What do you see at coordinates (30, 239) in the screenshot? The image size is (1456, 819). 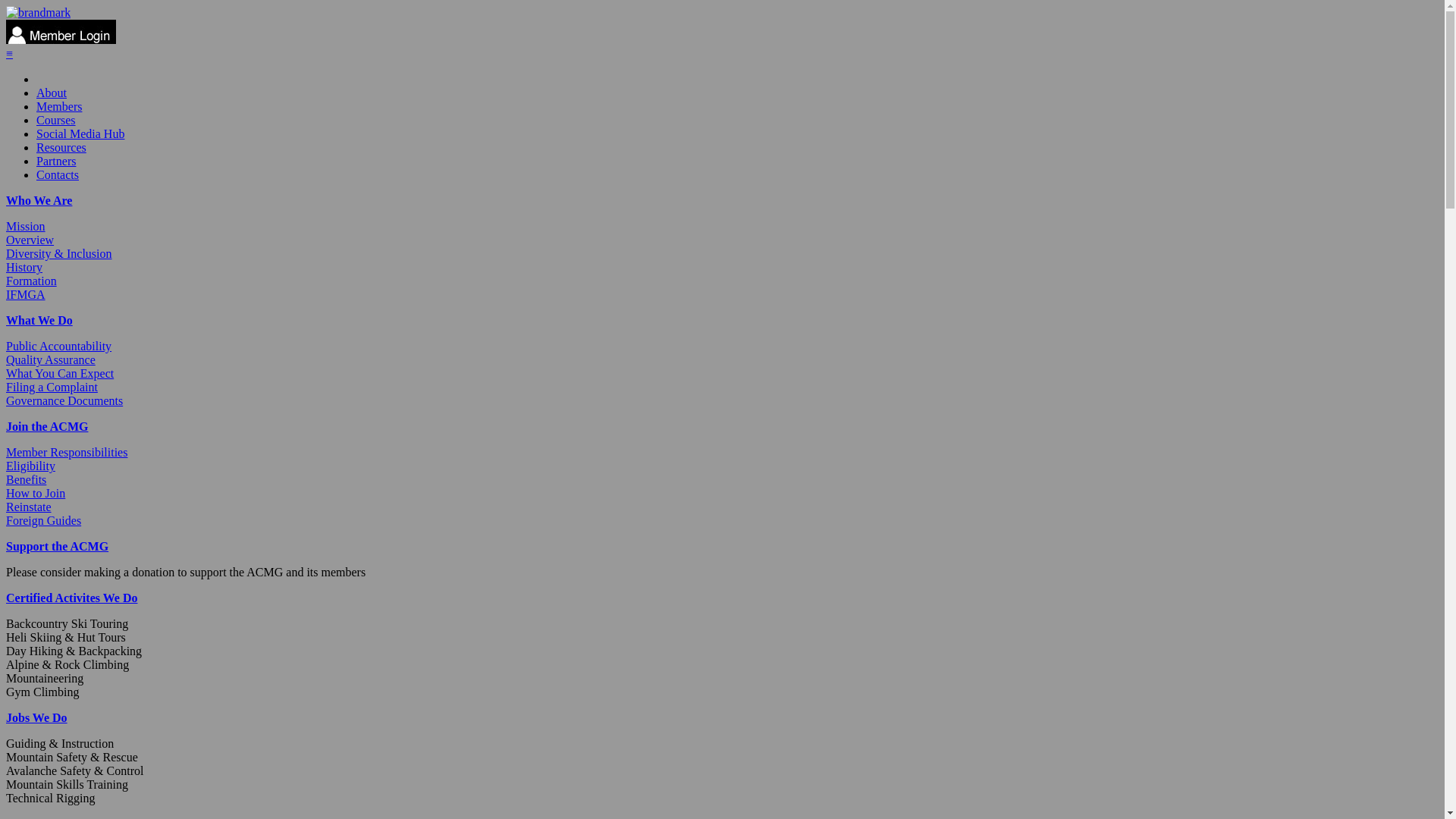 I see `'Overview'` at bounding box center [30, 239].